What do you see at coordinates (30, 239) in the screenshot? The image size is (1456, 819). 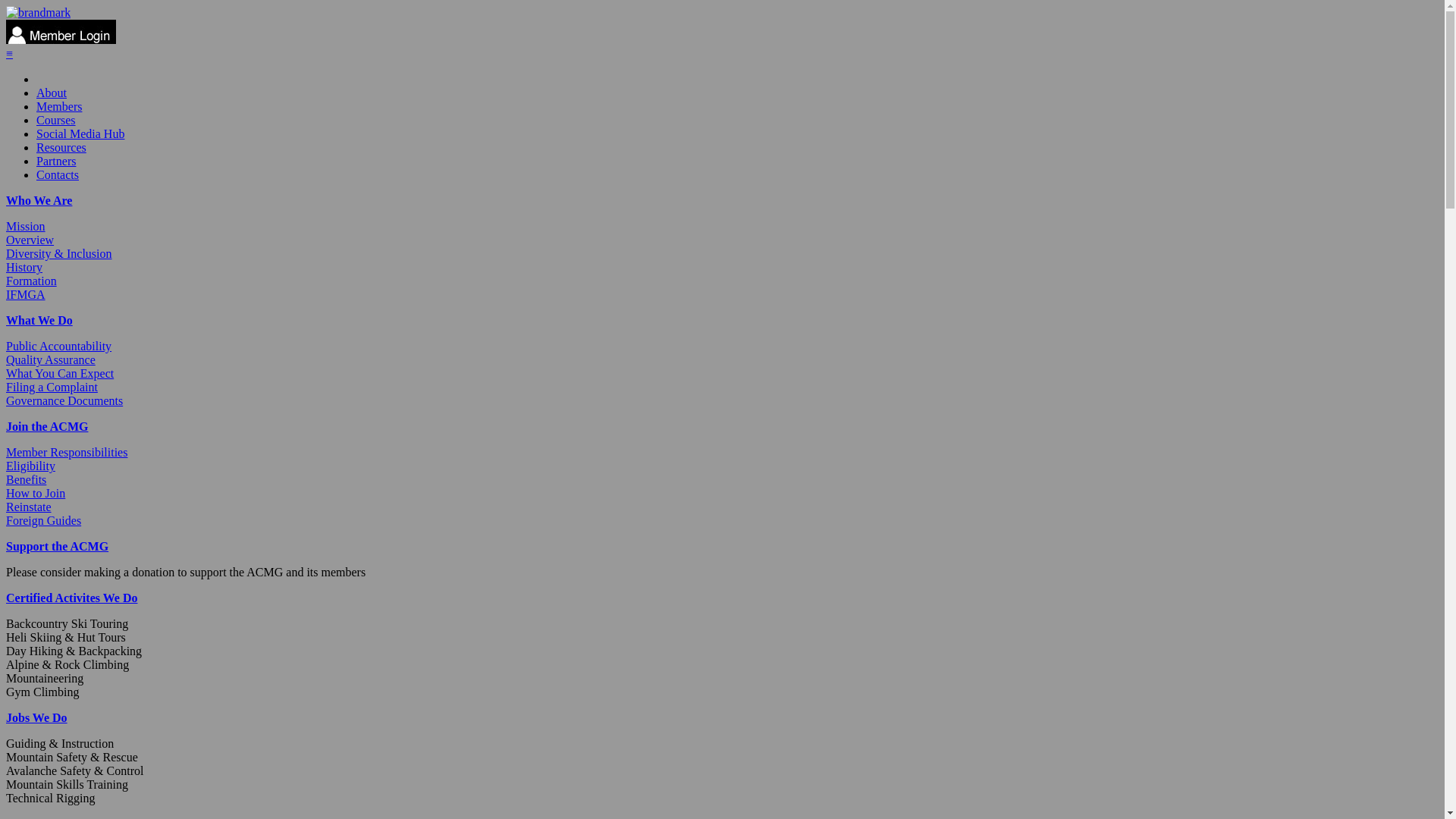 I see `'Overview'` at bounding box center [30, 239].